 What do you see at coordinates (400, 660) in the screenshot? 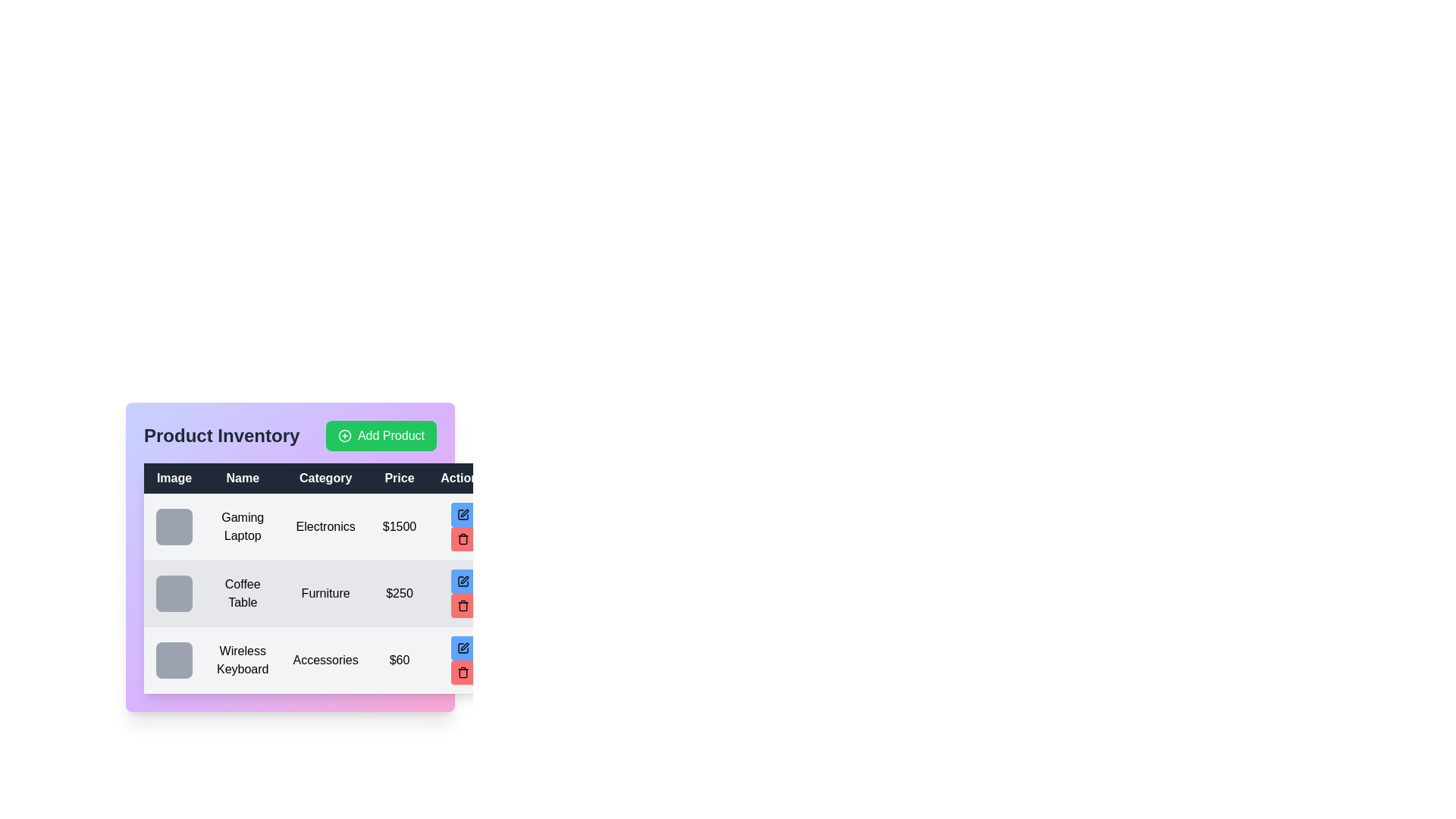
I see `the text label displaying '$60' in bold, located under the 'Price' column in the third row of the table, aligned with 'Wireless Keyboard' and 'Accessories'` at bounding box center [400, 660].